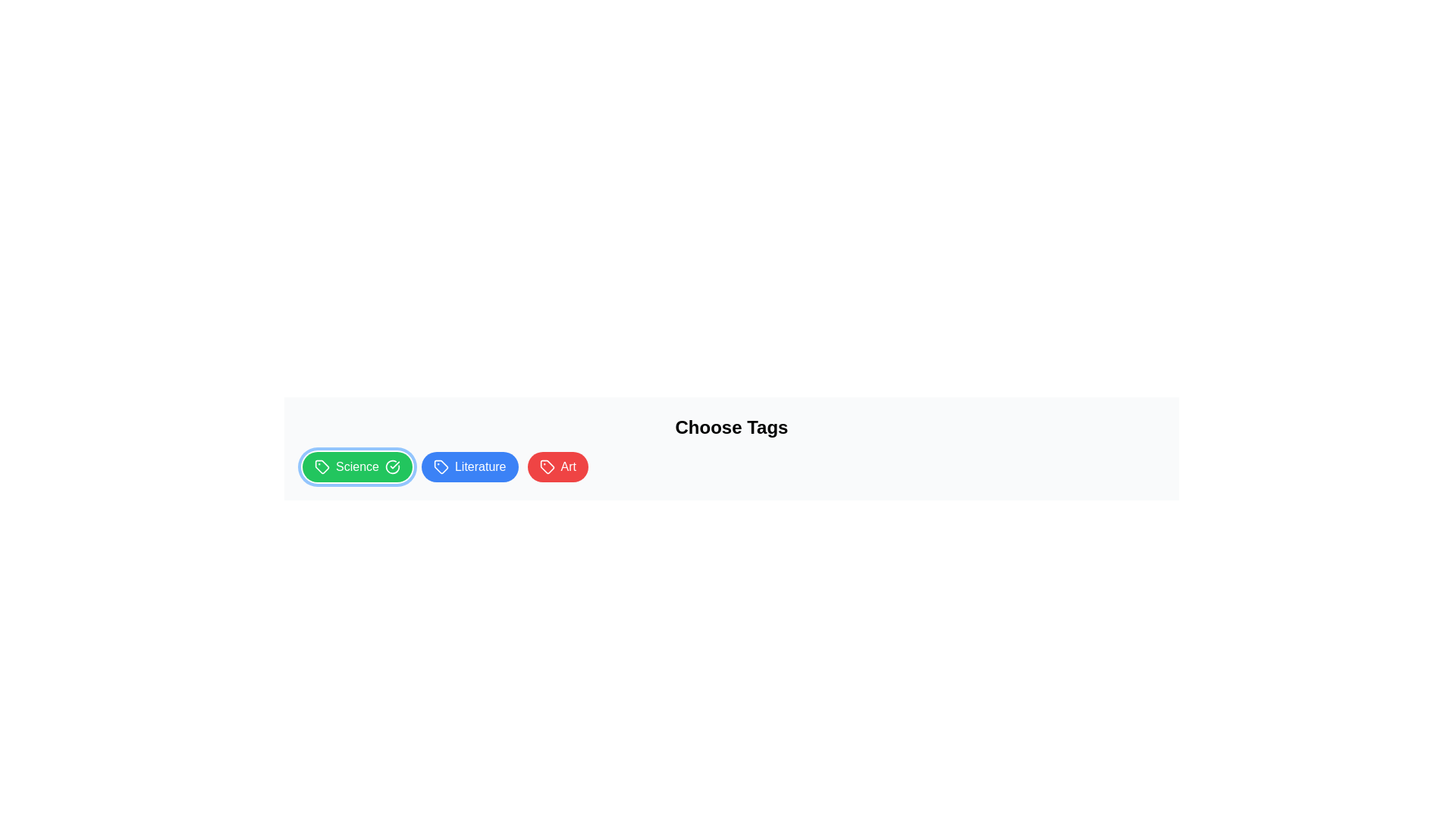 Image resolution: width=1456 pixels, height=819 pixels. I want to click on the tag Literature by clicking on it, so click(469, 466).